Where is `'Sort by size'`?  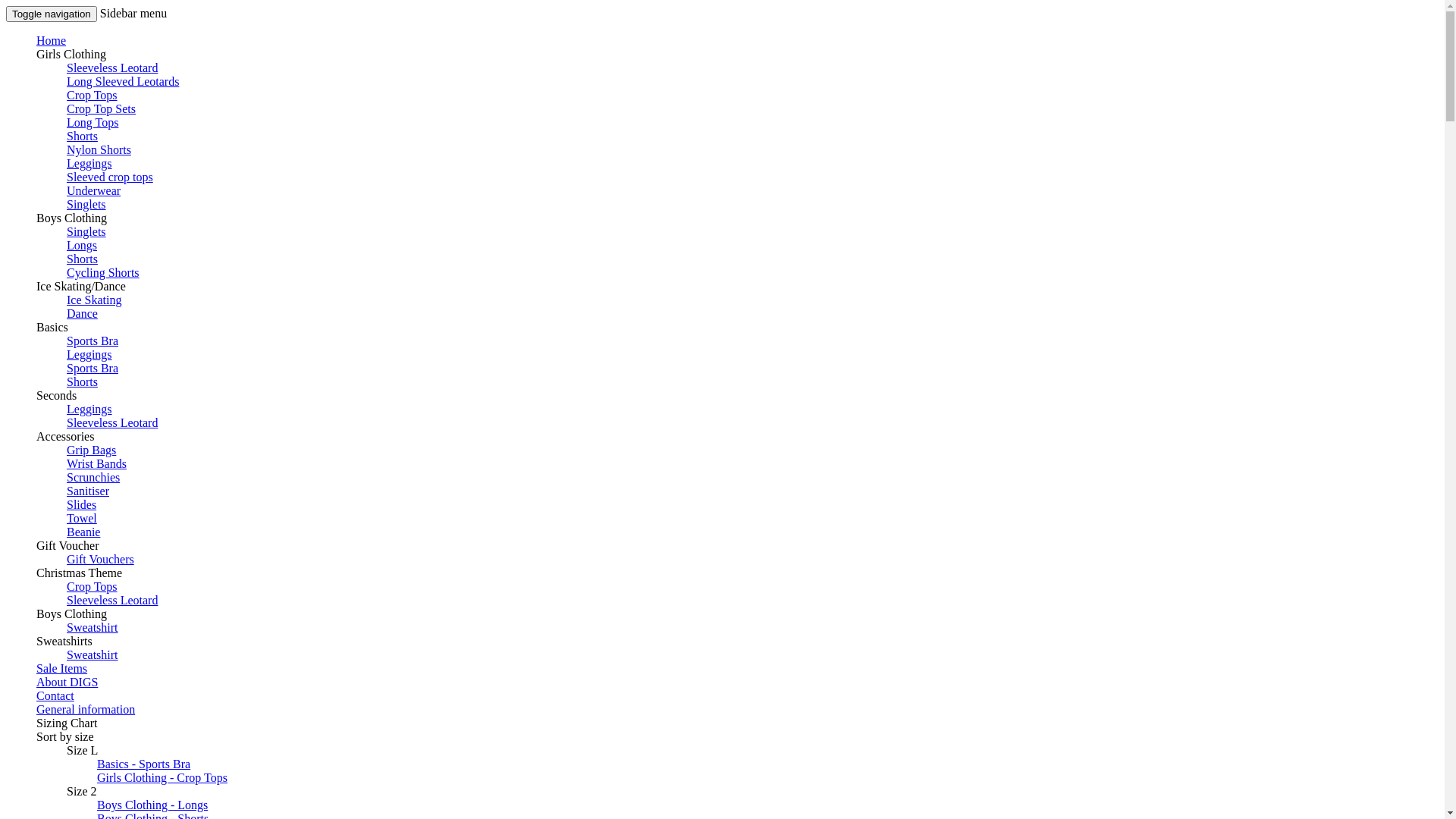
'Sort by size' is located at coordinates (36, 736).